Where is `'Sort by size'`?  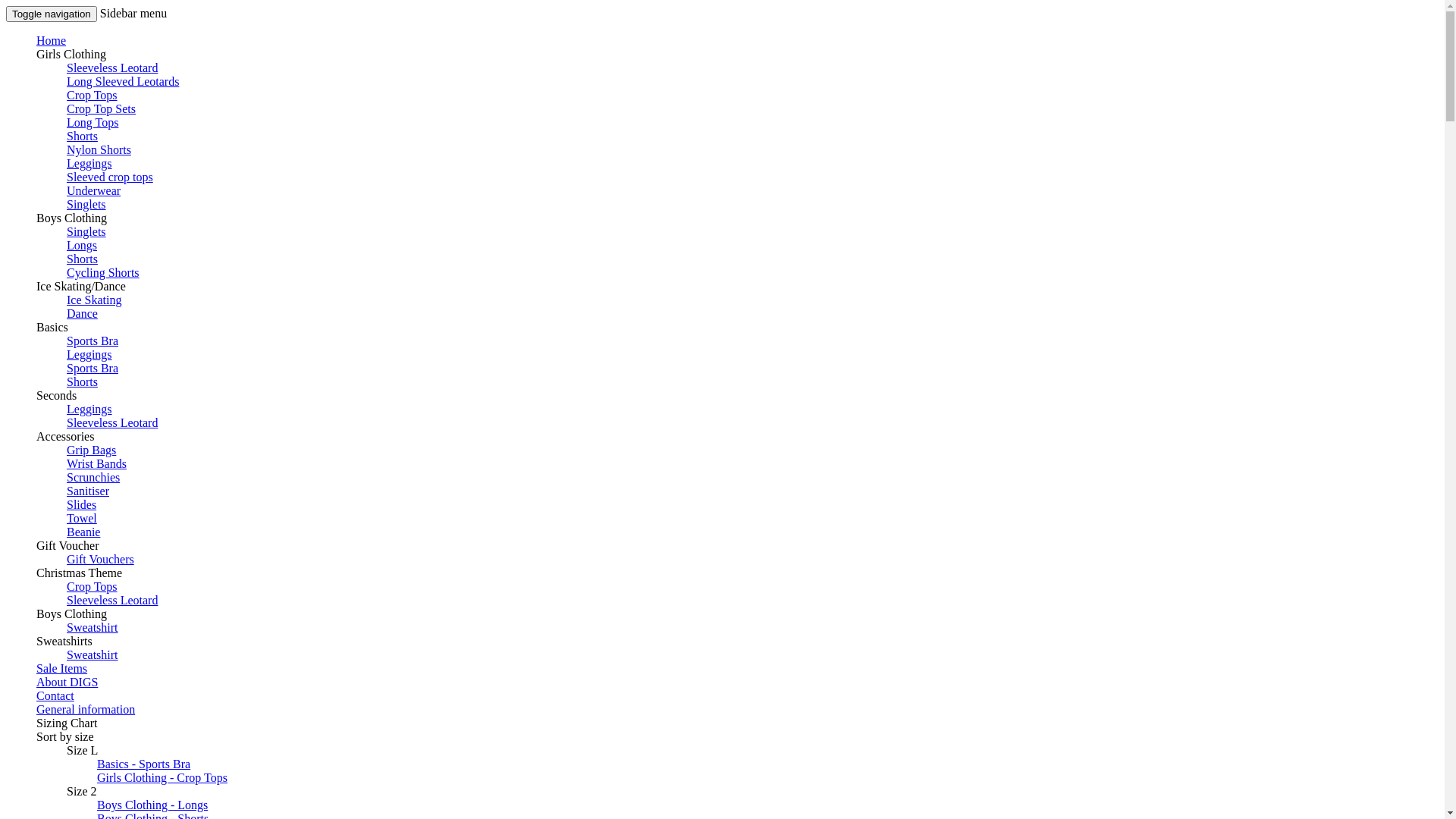
'Sort by size' is located at coordinates (36, 736).